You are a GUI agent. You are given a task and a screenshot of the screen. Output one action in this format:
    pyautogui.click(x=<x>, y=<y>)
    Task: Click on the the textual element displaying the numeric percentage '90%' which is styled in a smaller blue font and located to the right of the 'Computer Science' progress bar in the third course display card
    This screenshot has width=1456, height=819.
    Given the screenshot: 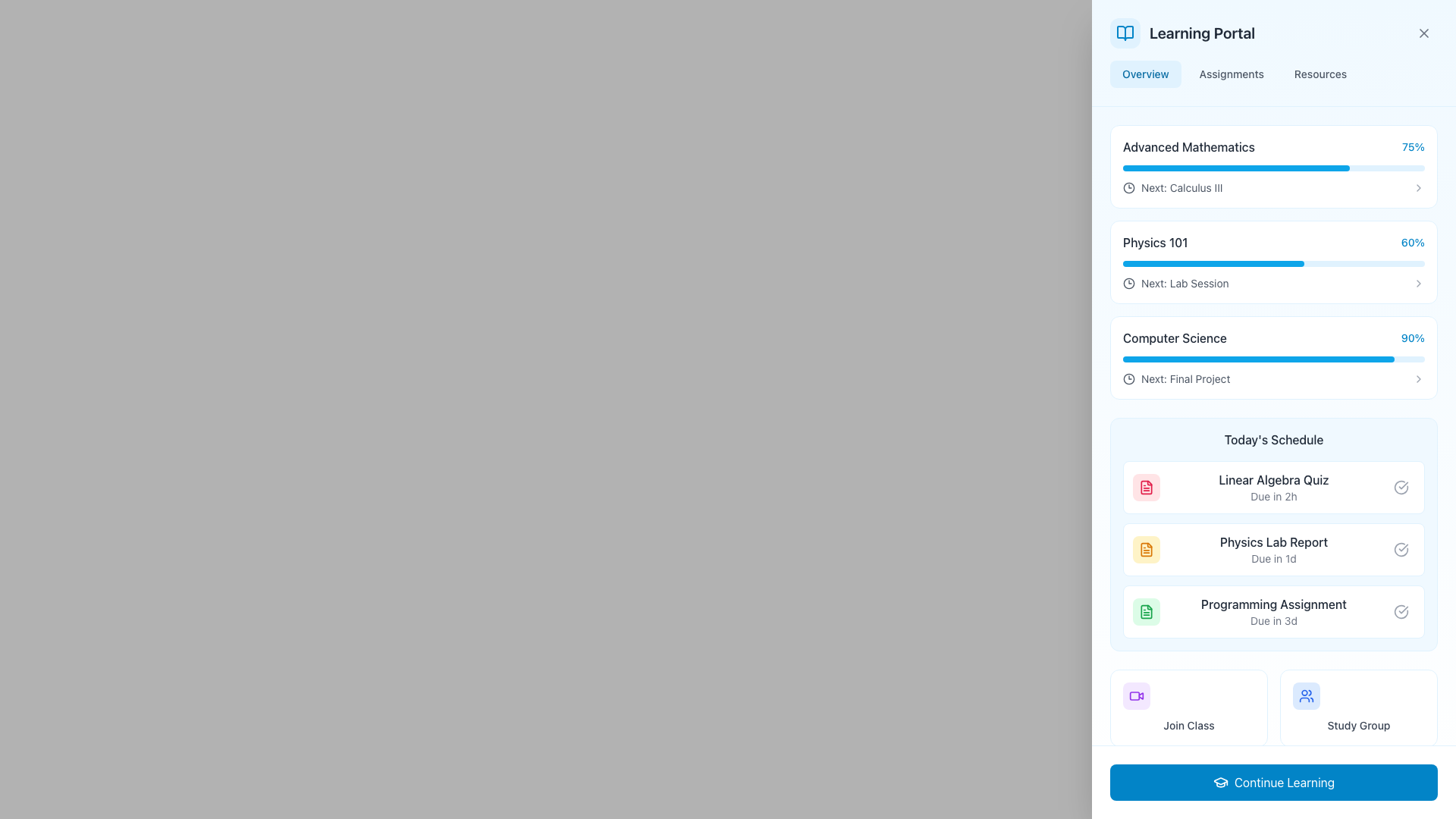 What is the action you would take?
    pyautogui.click(x=1412, y=337)
    